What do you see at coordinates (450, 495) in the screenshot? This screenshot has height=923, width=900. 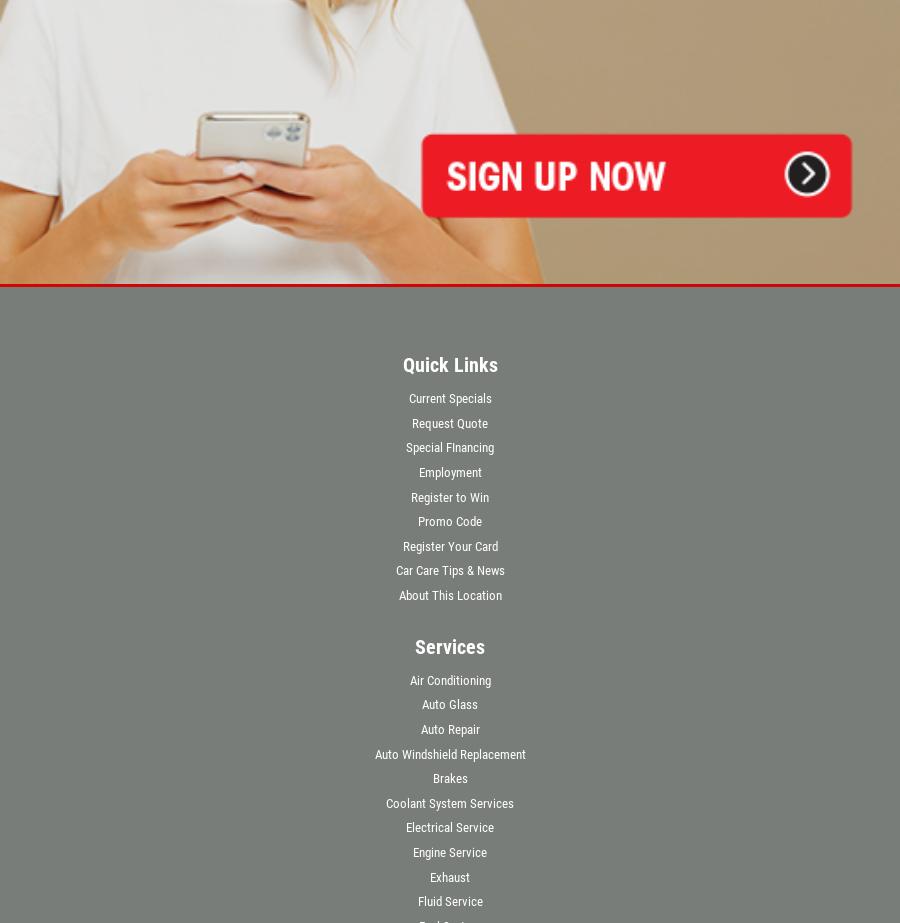 I see `'Register to Win'` at bounding box center [450, 495].